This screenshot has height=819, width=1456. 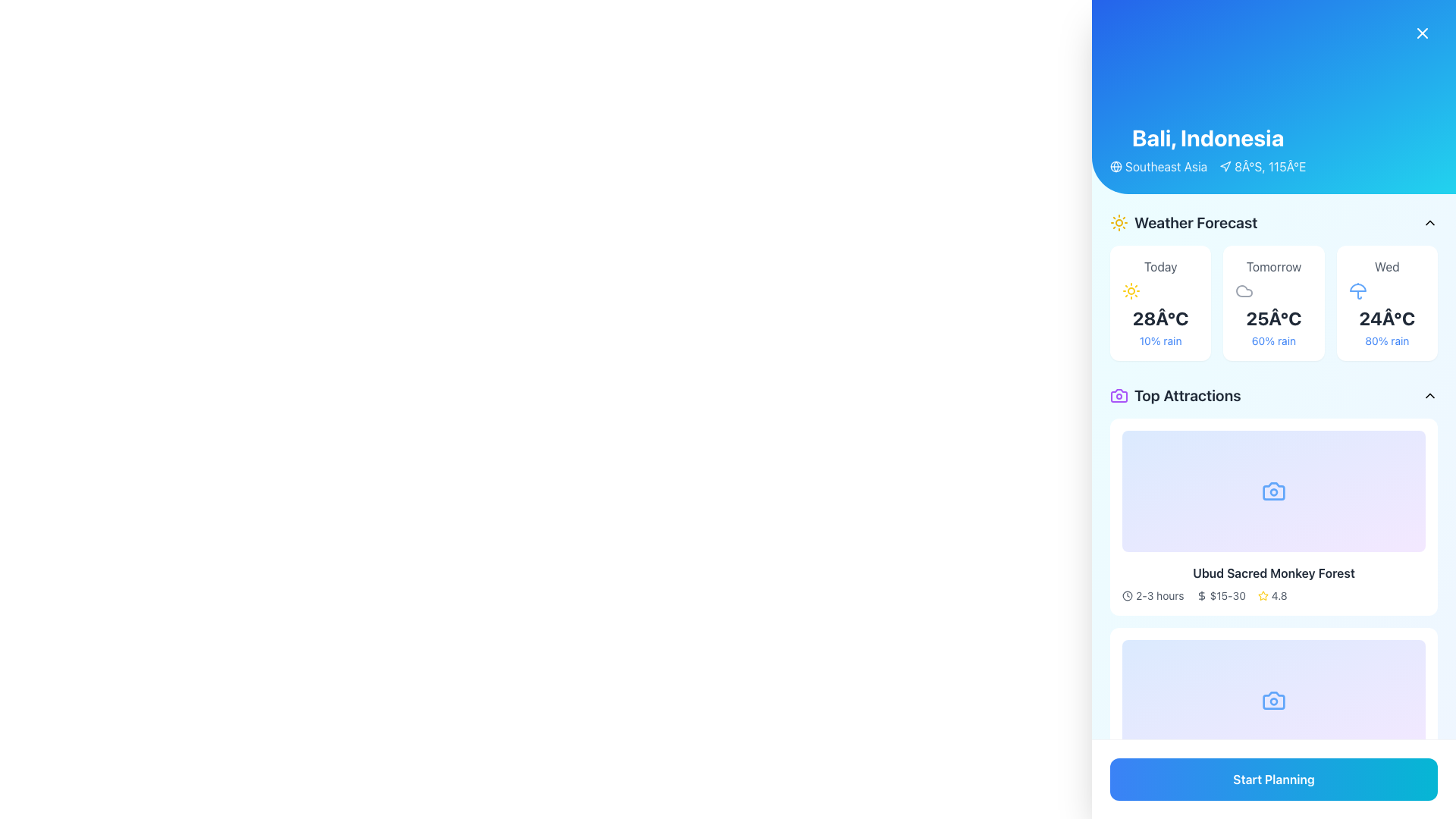 What do you see at coordinates (1429, 394) in the screenshot?
I see `the chevron-up icon button located at the far right of the 'Top Attractions' header` at bounding box center [1429, 394].